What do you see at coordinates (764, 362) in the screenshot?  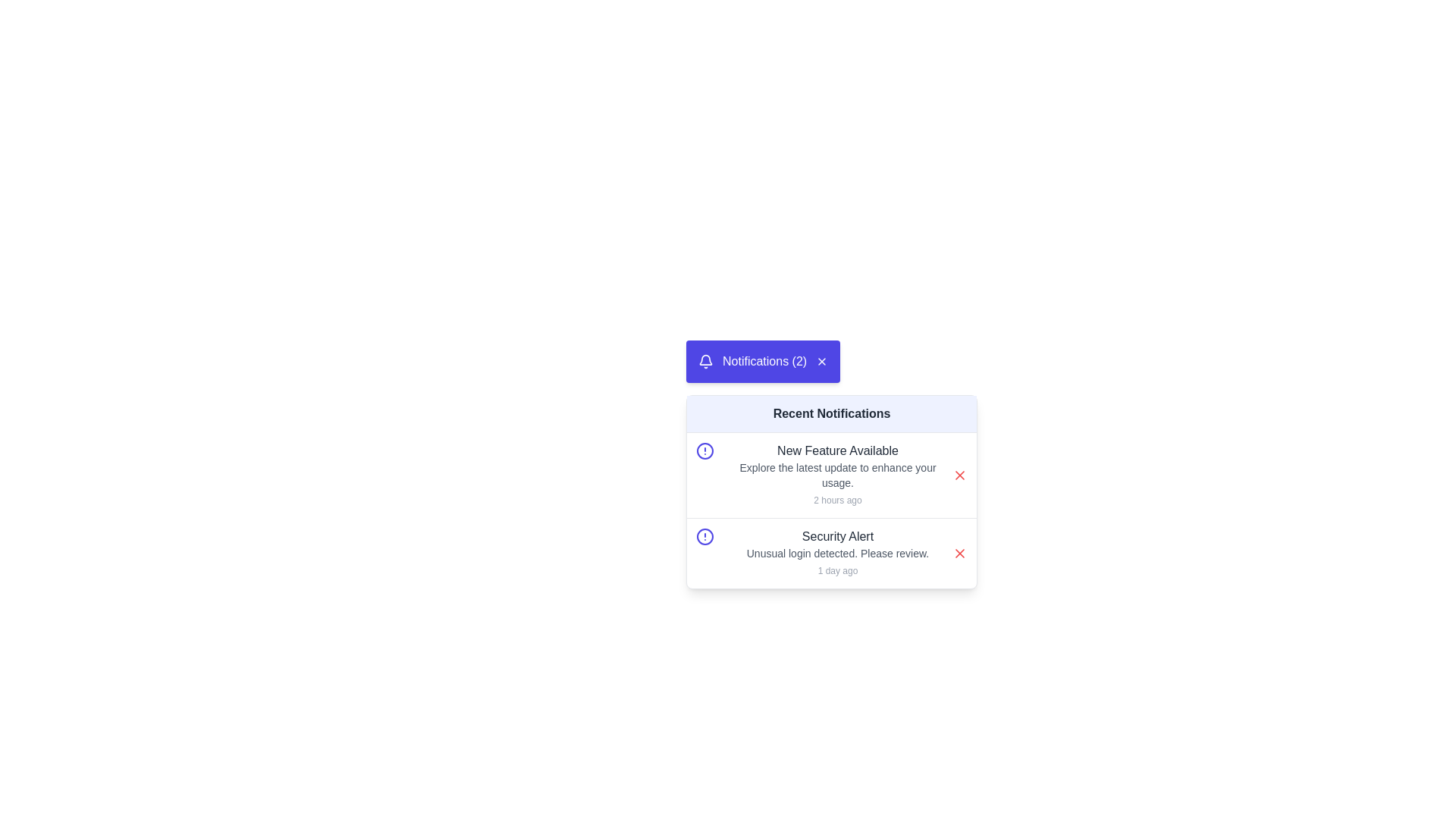 I see `text content of the notification label located on the top-right side of the interface, next to the bell icon` at bounding box center [764, 362].